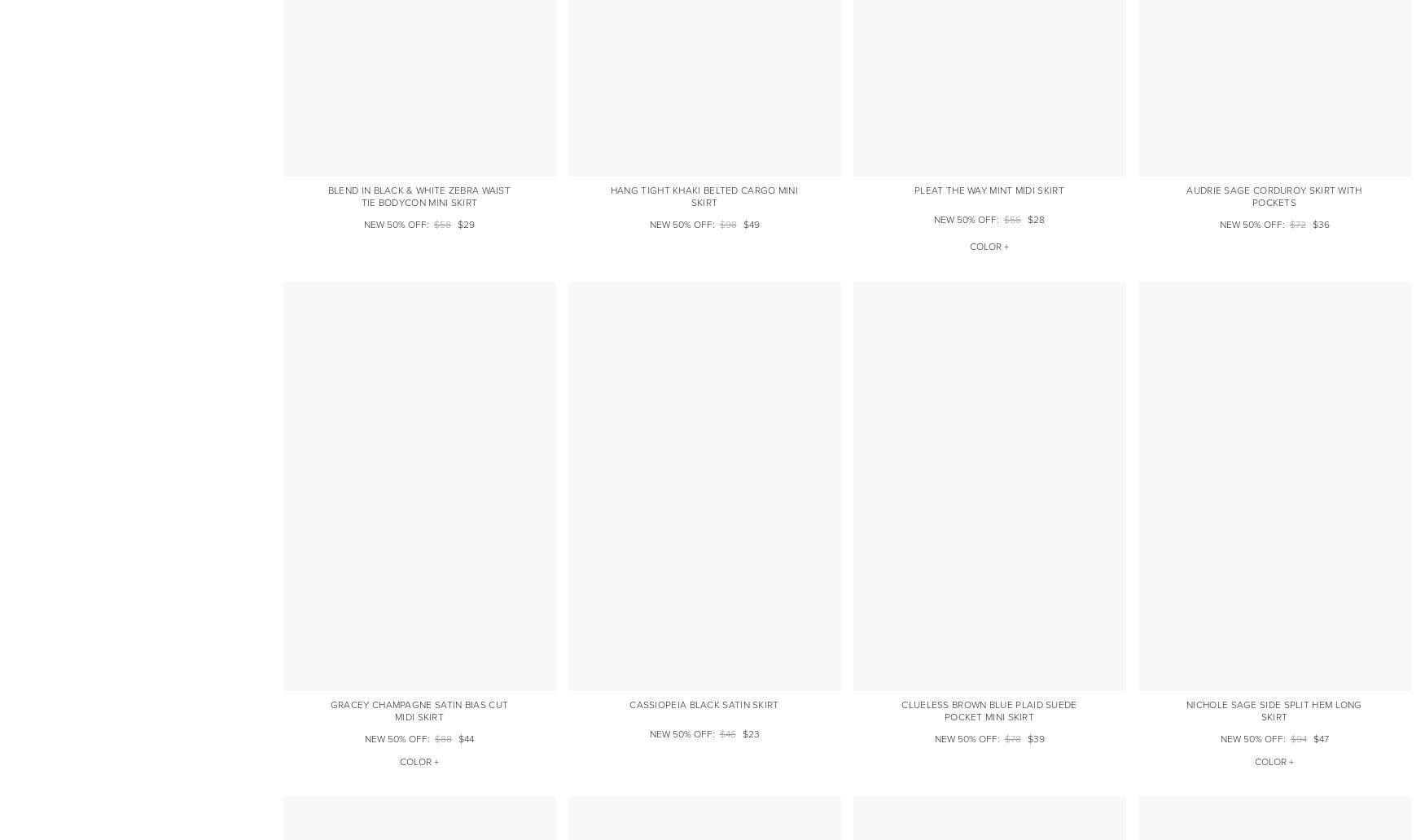 This screenshot has width=1425, height=840. What do you see at coordinates (433, 738) in the screenshot?
I see `'$88'` at bounding box center [433, 738].